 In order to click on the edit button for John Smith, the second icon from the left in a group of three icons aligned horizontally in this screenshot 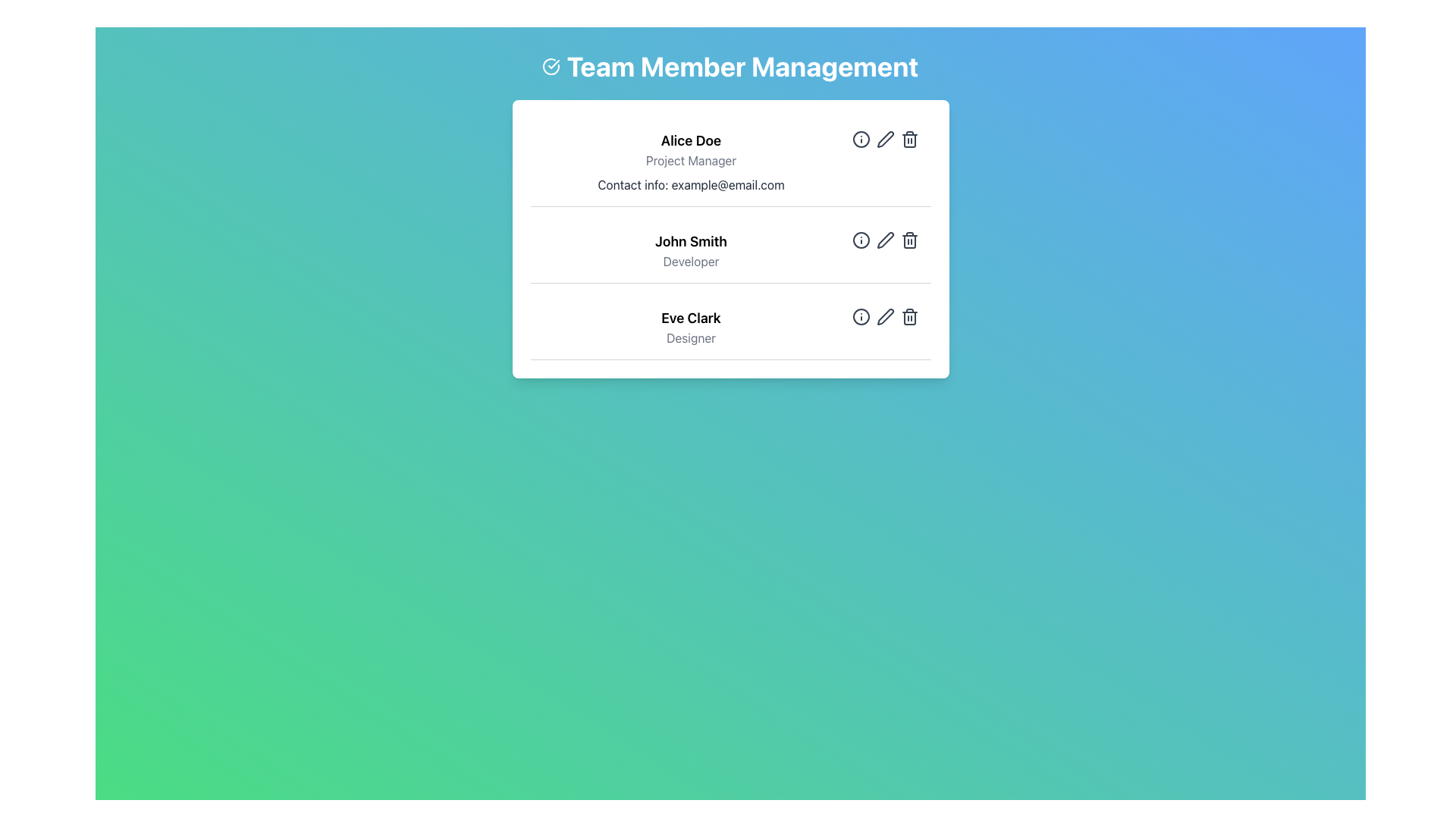, I will do `click(885, 239)`.